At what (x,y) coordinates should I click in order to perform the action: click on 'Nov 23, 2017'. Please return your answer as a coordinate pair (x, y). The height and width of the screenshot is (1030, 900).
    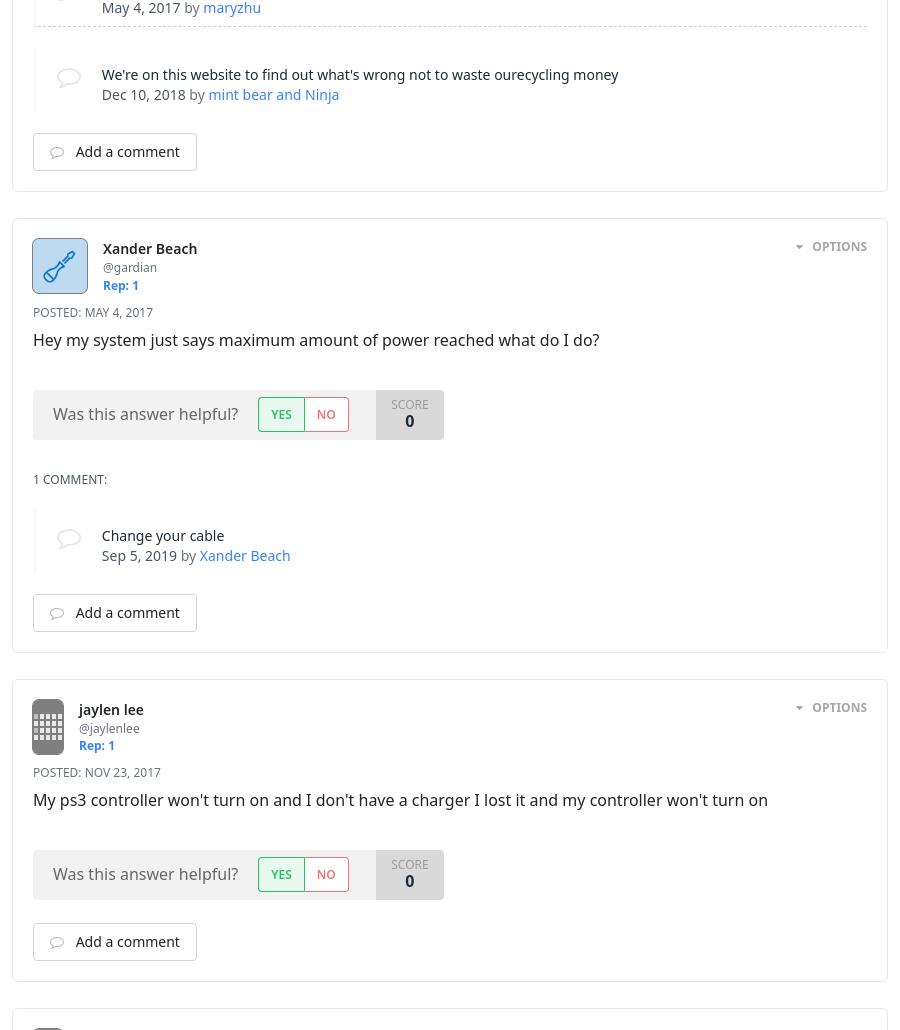
    Looking at the image, I should click on (122, 772).